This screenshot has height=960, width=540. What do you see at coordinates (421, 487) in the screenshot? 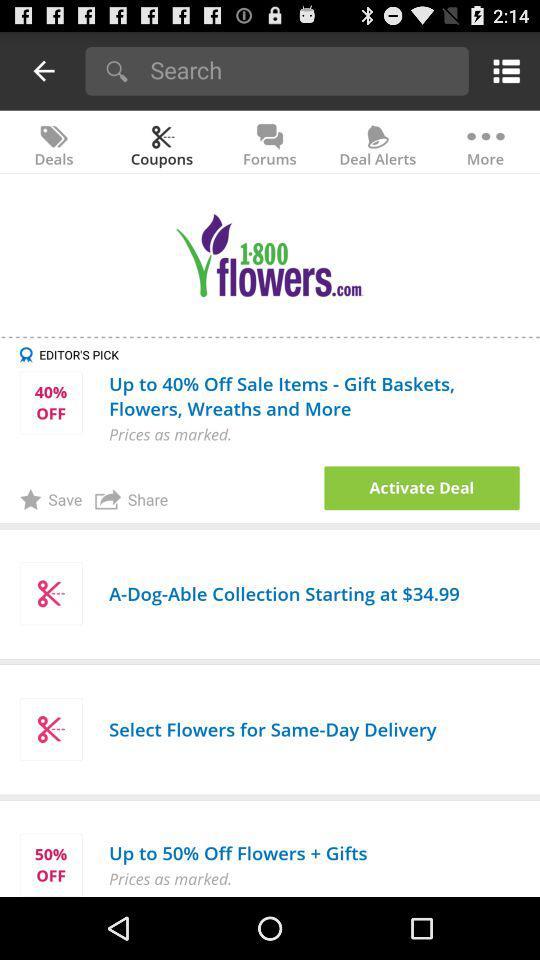
I see `icon to the right of share app` at bounding box center [421, 487].